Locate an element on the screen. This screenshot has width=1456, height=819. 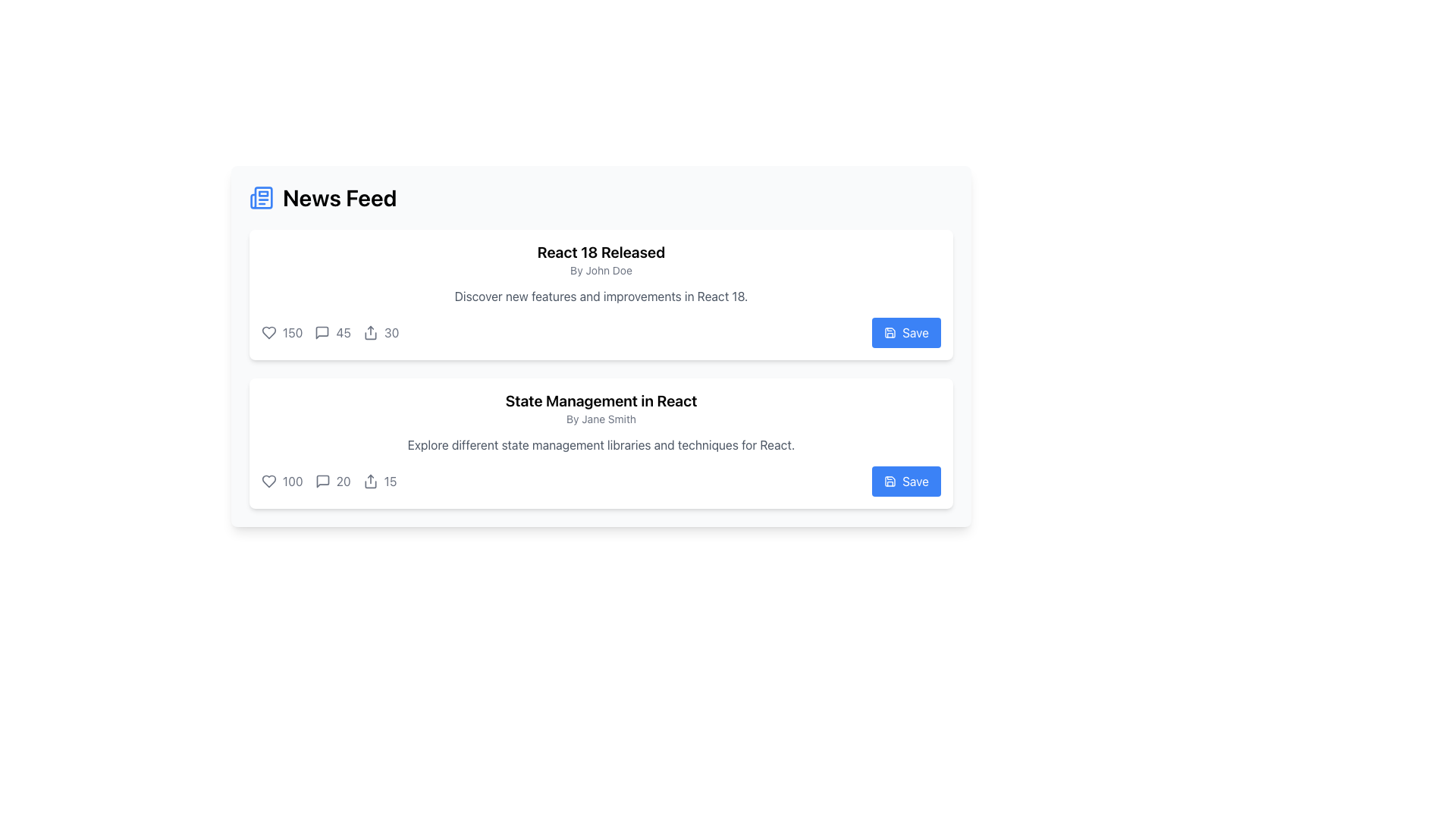
the static text label displaying the number of comments for the associated news item is located at coordinates (343, 482).